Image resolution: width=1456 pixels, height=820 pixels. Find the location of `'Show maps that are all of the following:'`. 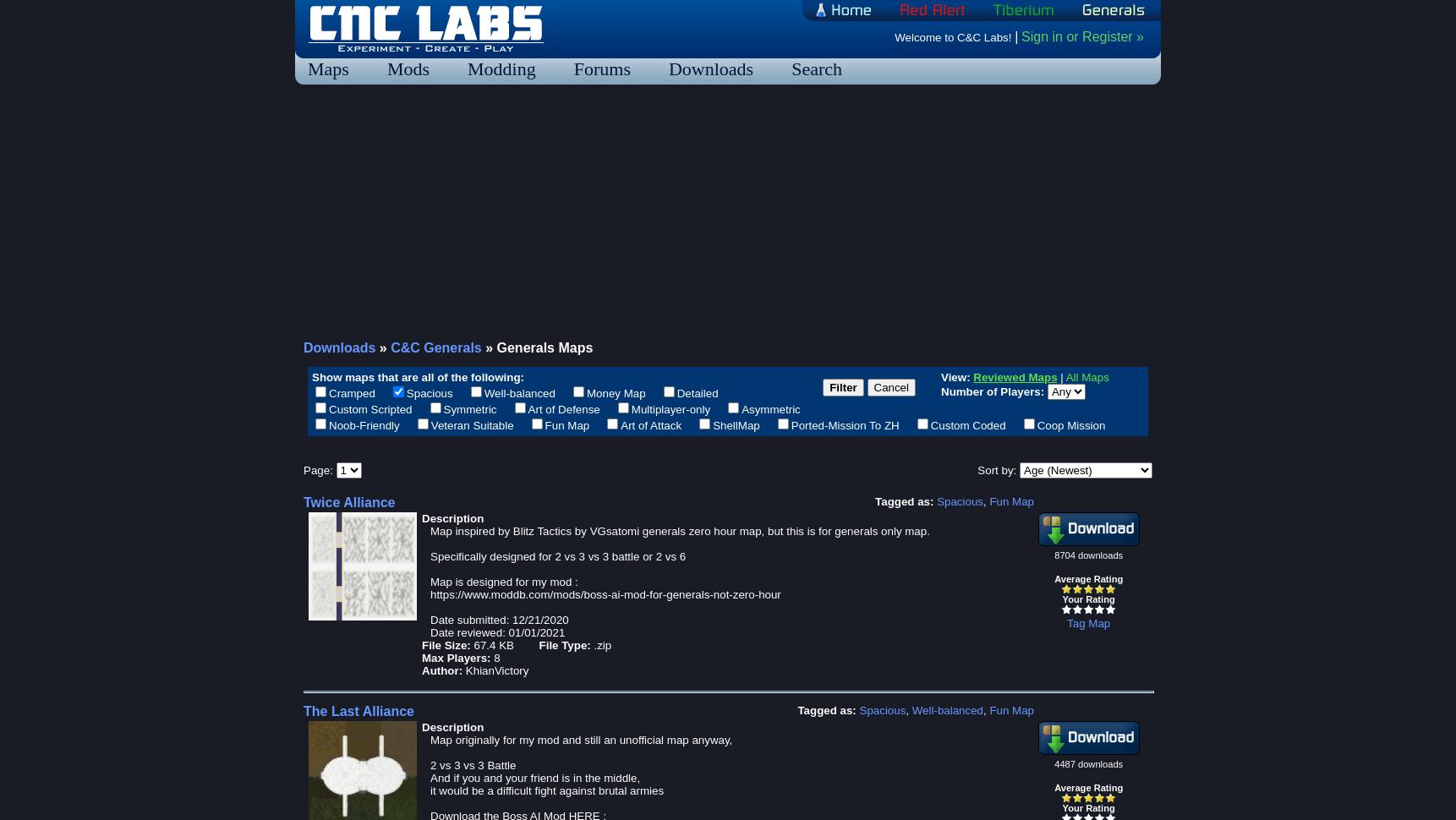

'Show maps that are all of the following:' is located at coordinates (418, 375).